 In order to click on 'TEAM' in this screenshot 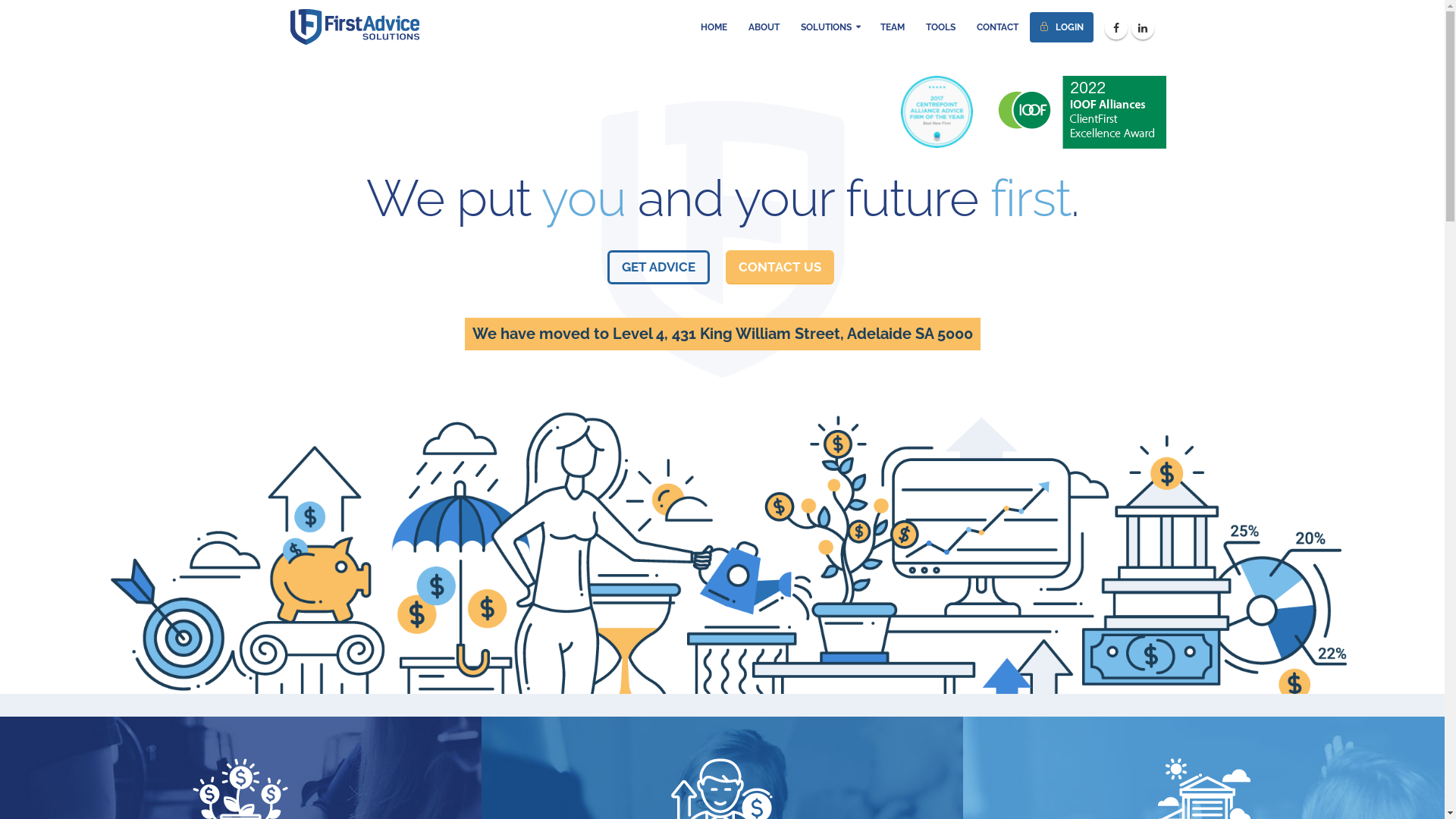, I will do `click(892, 27)`.